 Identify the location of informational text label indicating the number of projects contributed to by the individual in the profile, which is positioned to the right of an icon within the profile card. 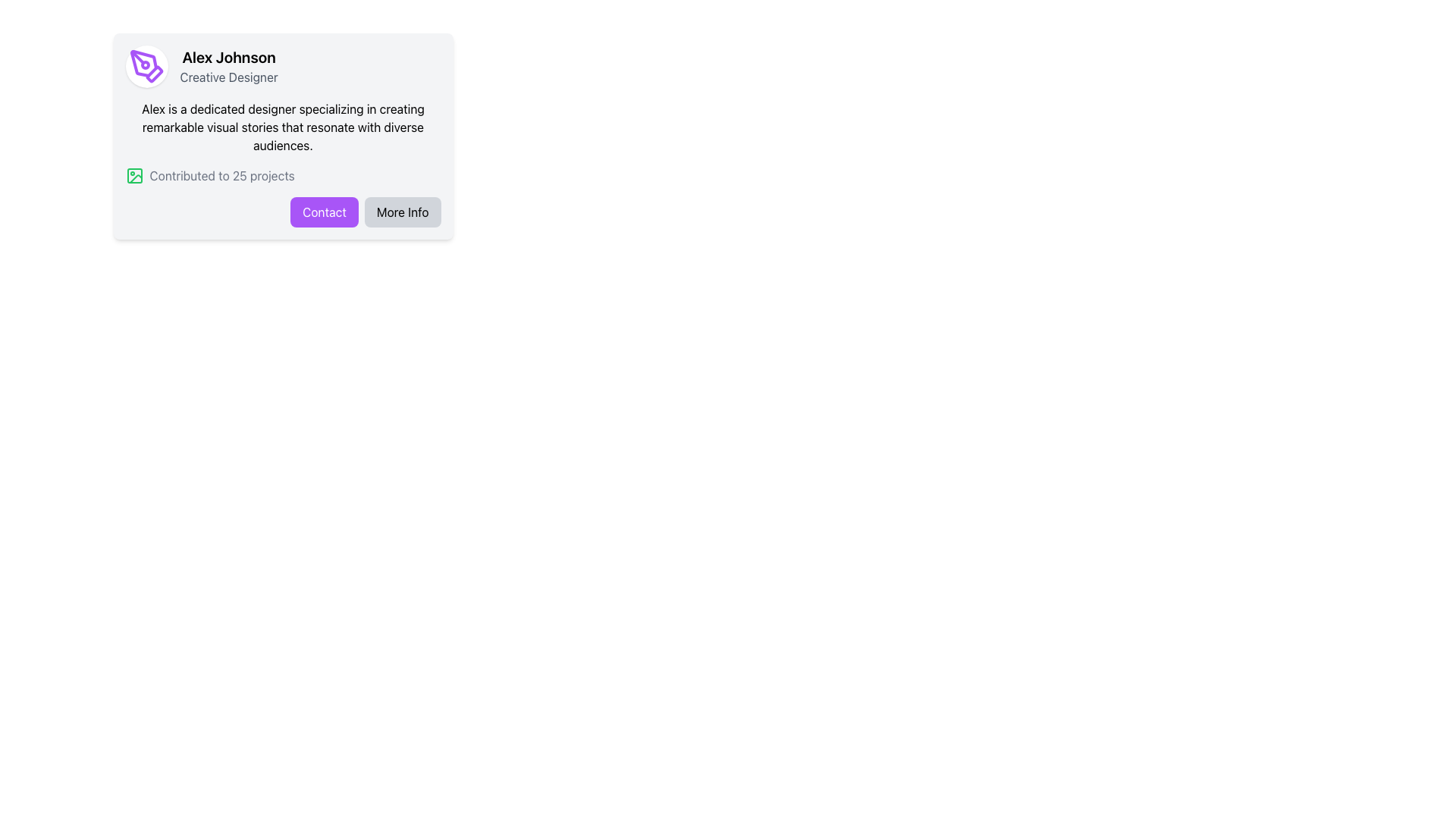
(221, 174).